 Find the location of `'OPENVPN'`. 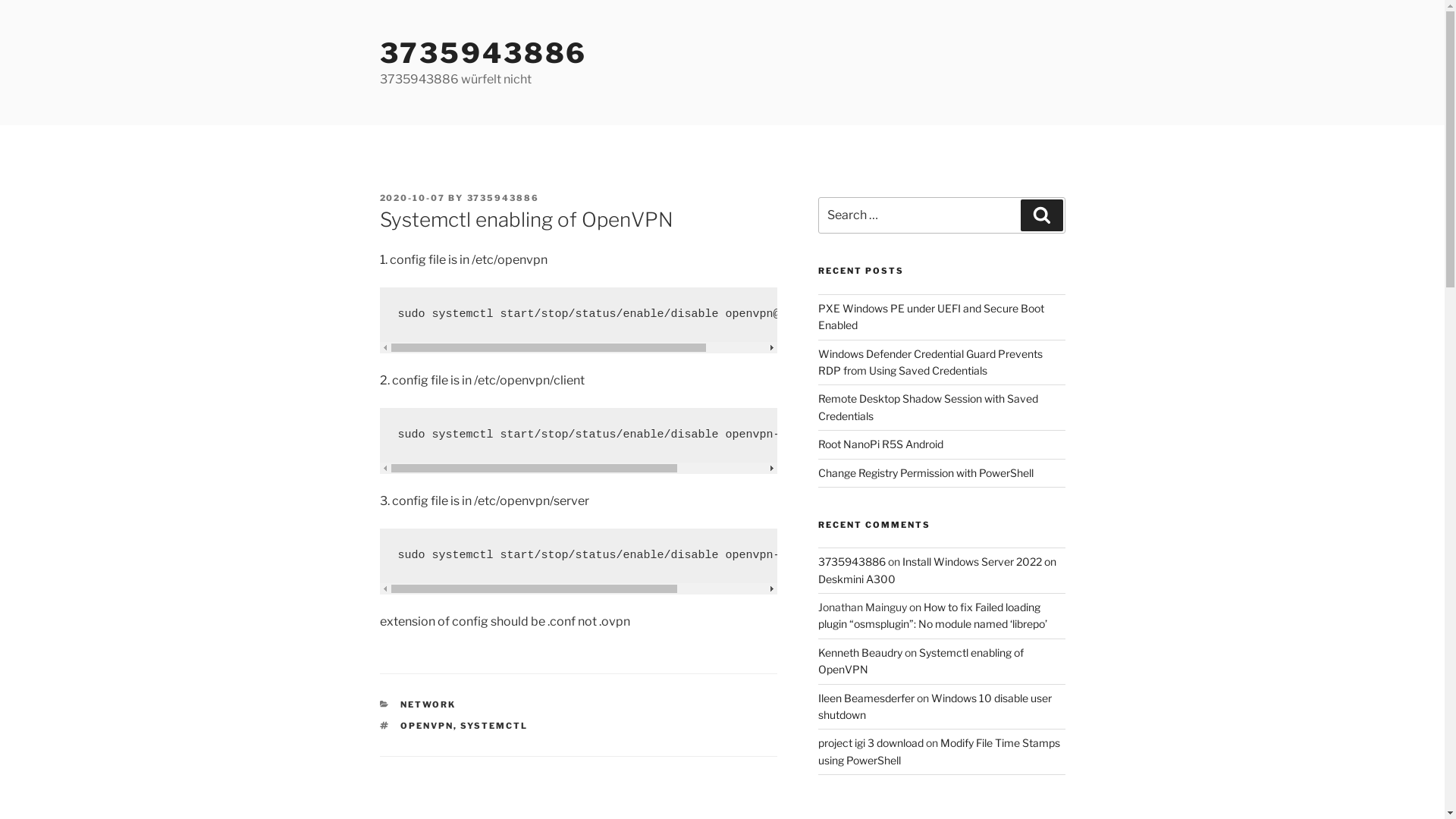

'OPENVPN' is located at coordinates (400, 724).